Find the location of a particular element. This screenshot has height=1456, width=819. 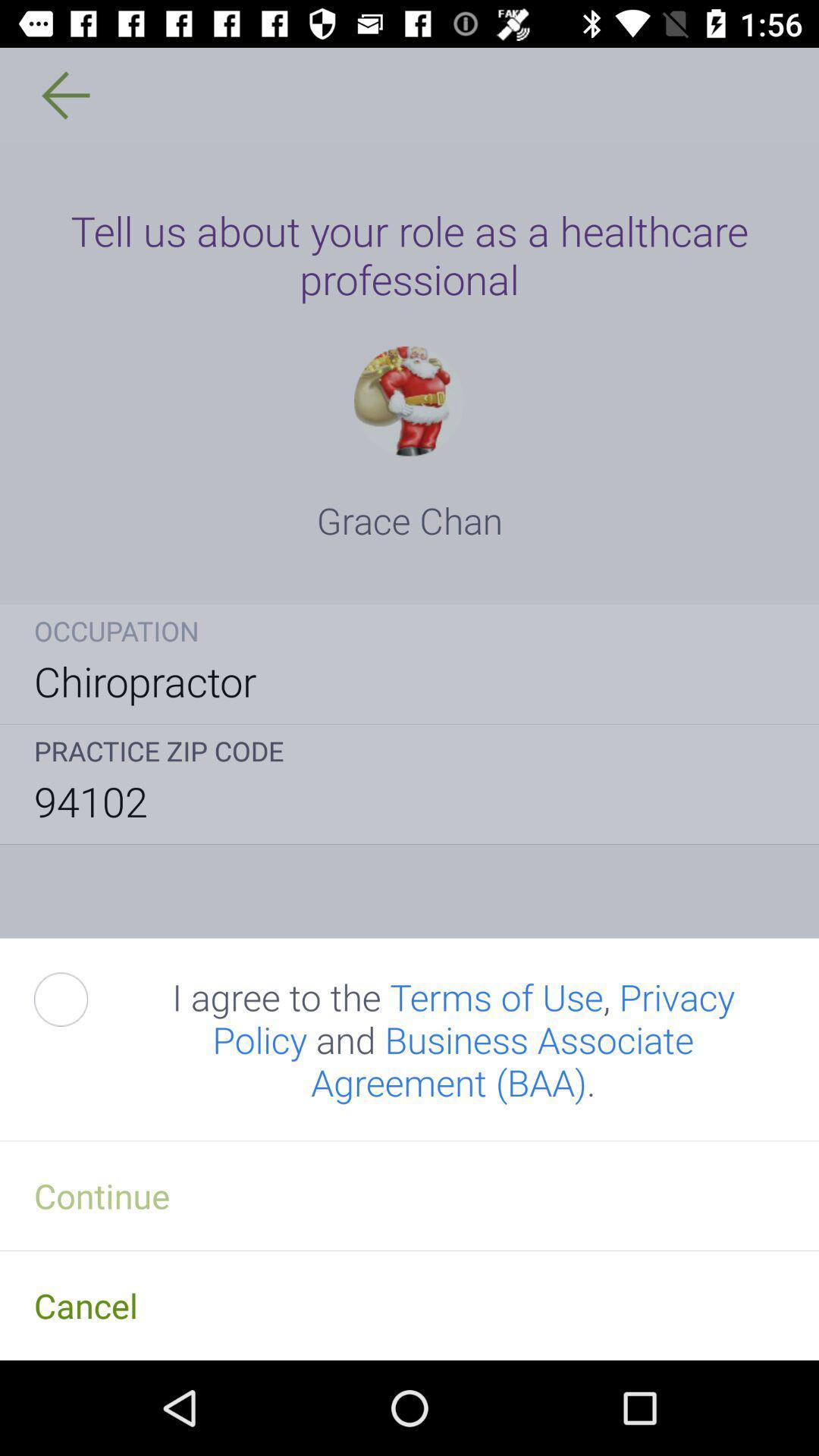

the icon to the left of i agree to item is located at coordinates (78, 999).